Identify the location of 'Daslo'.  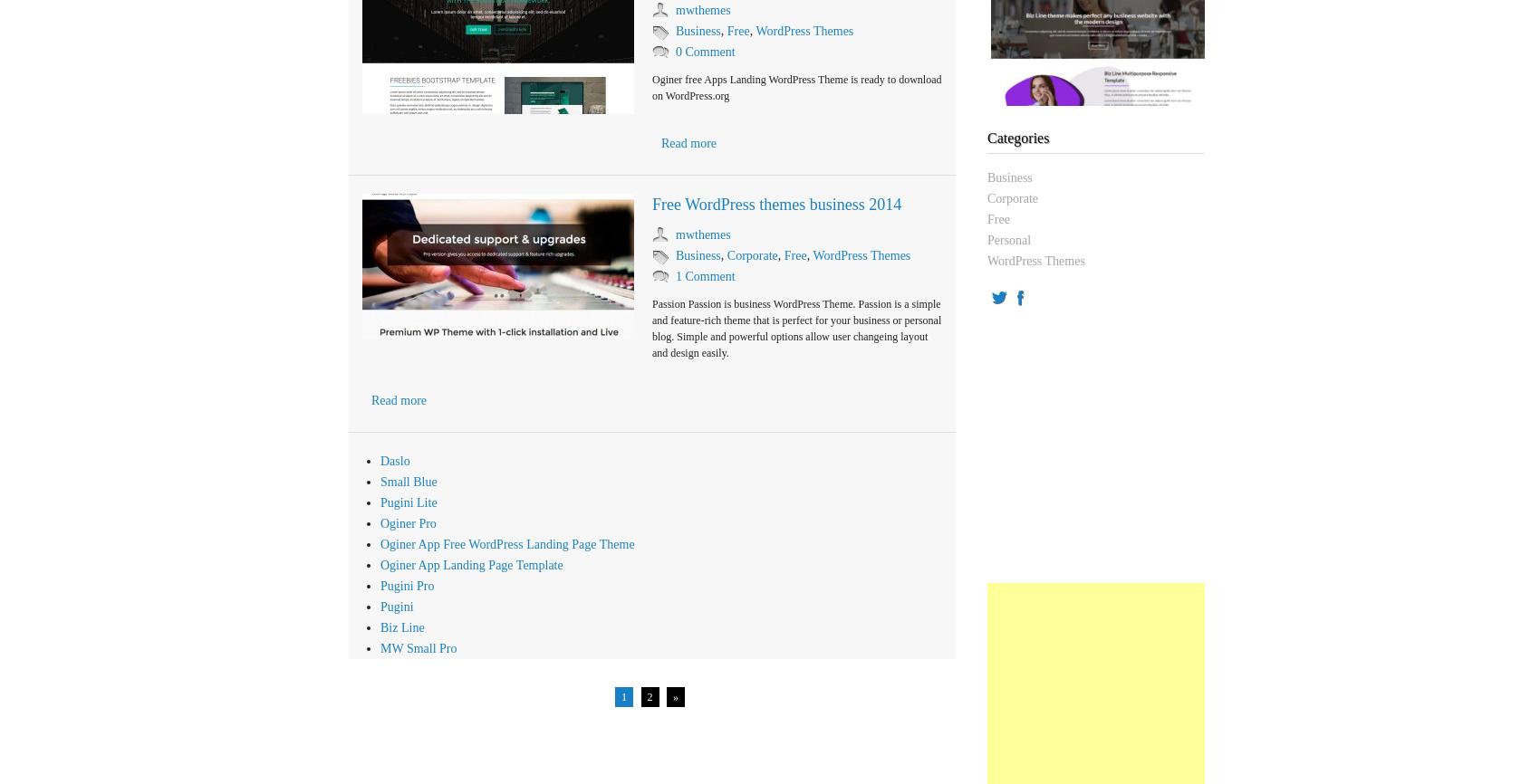
(380, 461).